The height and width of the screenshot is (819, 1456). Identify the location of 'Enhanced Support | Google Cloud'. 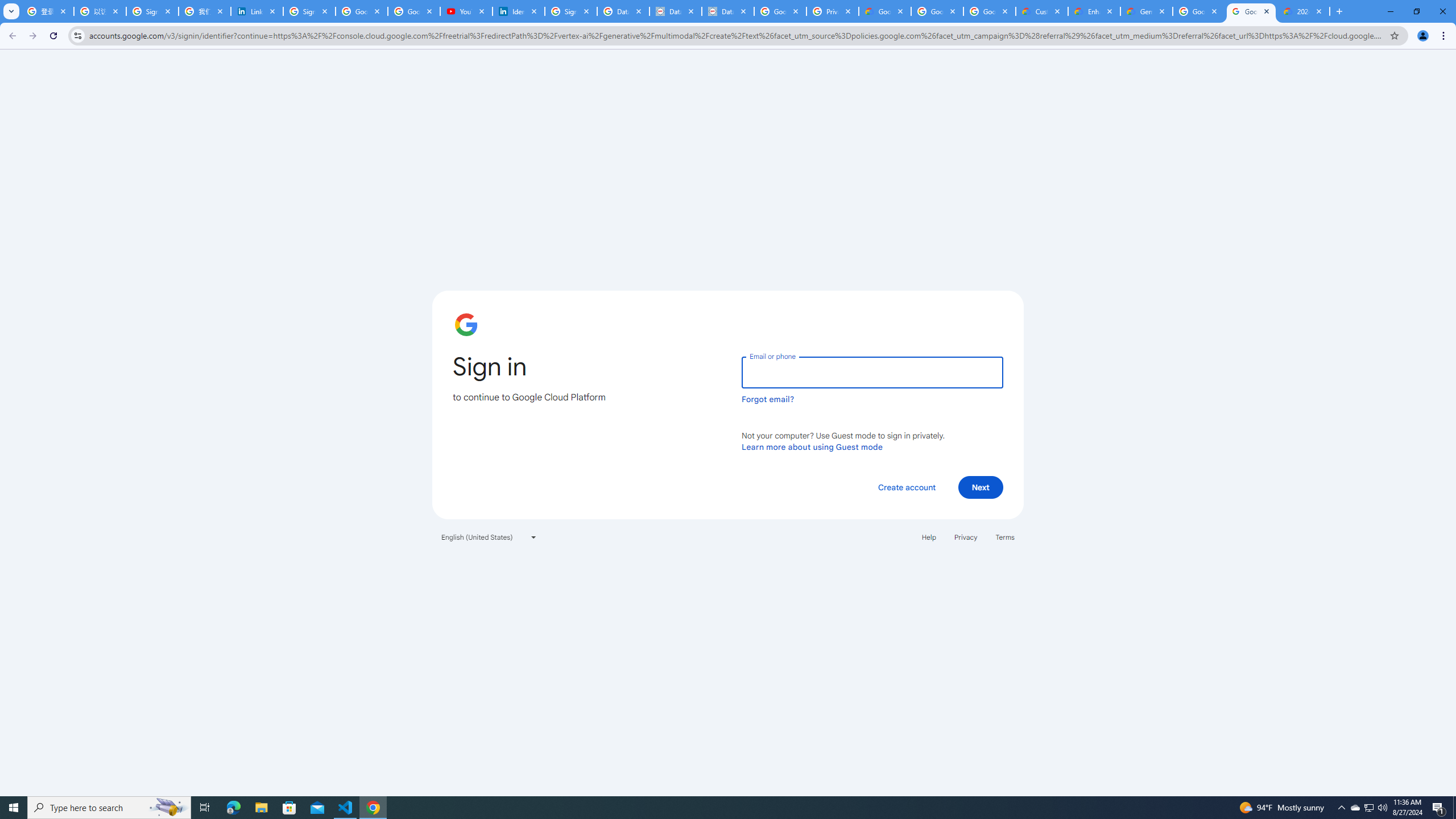
(1094, 11).